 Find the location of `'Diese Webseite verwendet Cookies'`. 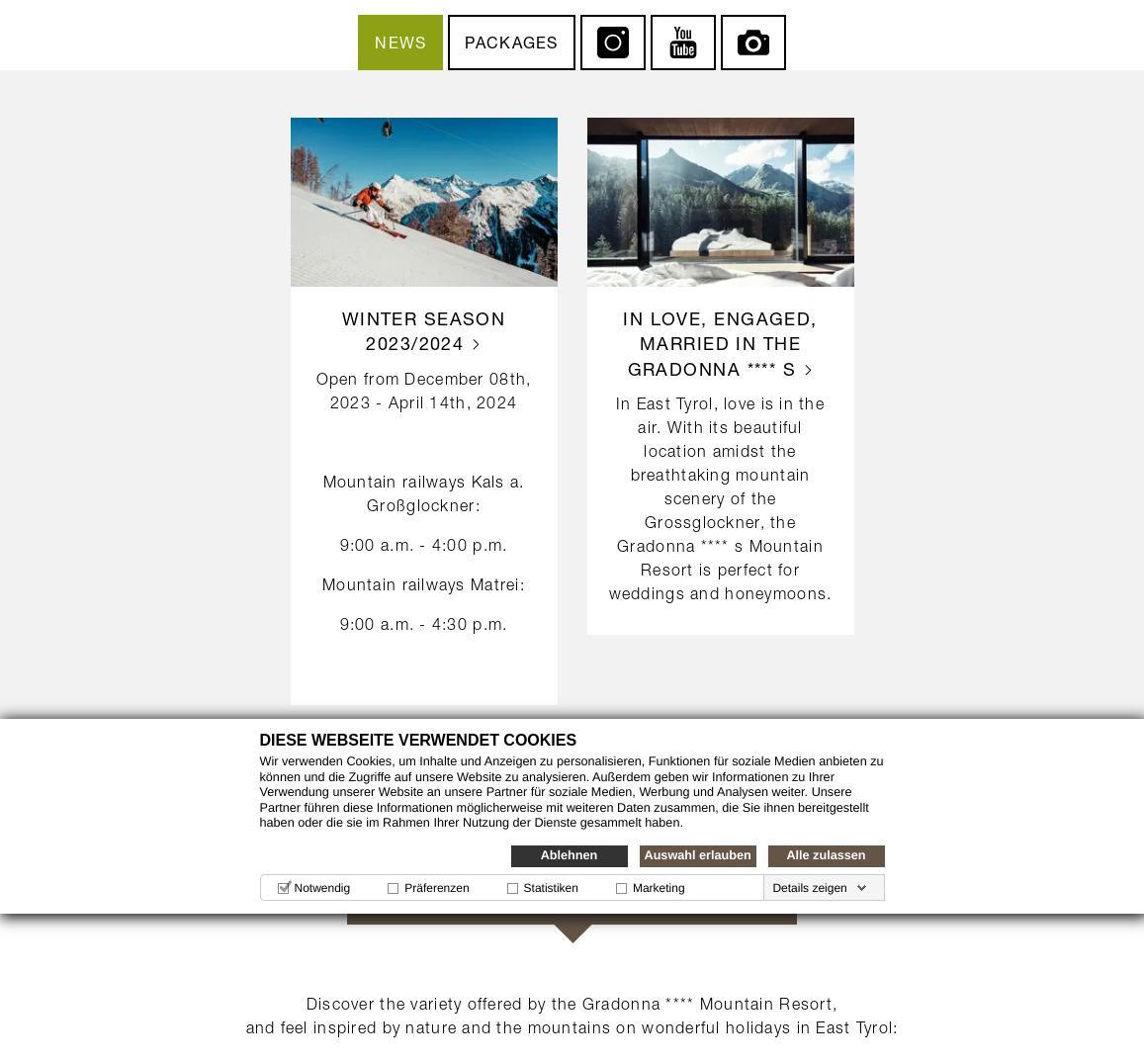

'Diese Webseite verwendet Cookies' is located at coordinates (416, 739).